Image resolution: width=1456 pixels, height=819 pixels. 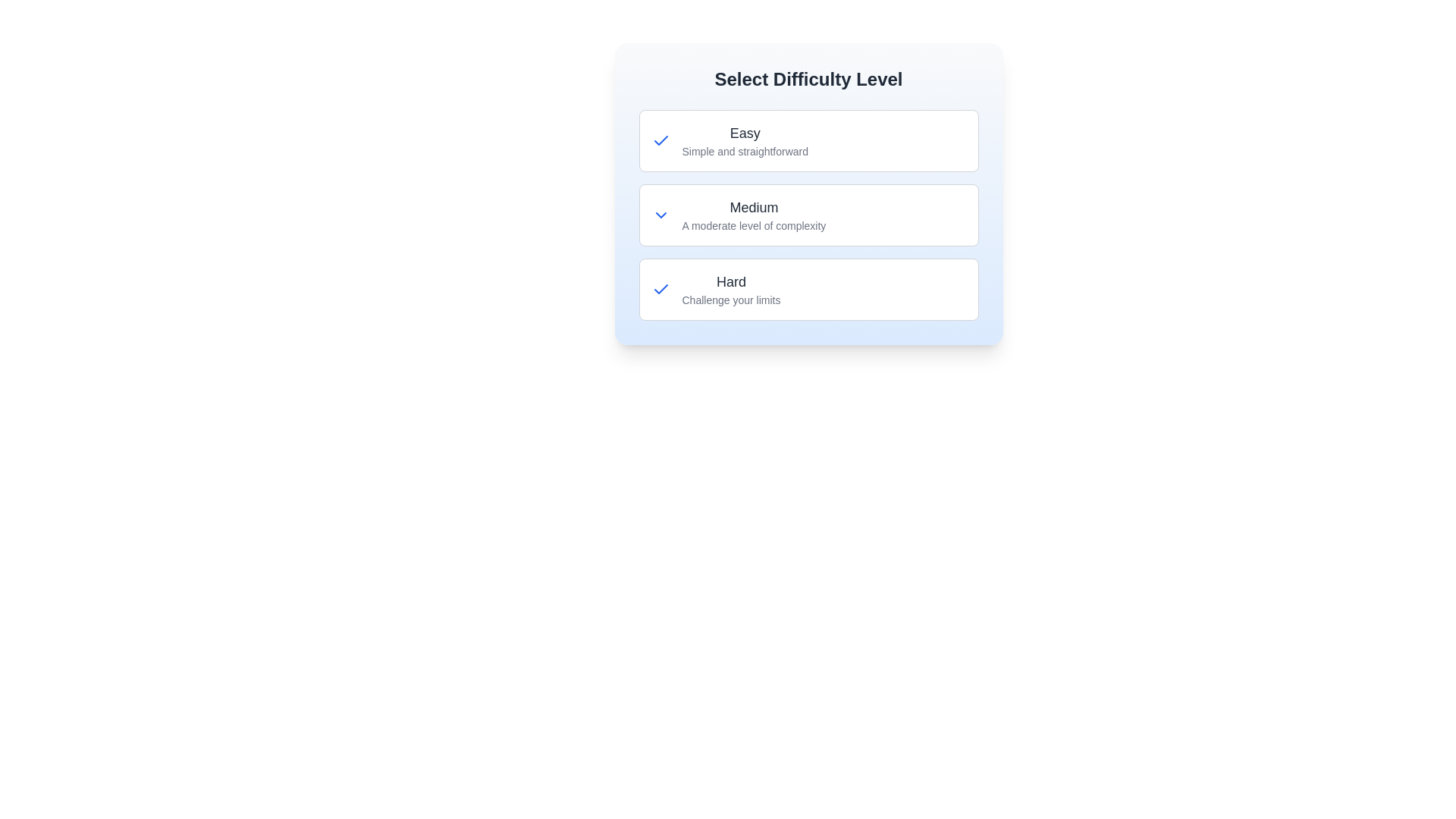 What do you see at coordinates (661, 215) in the screenshot?
I see `the icon that serves as a visual indicator for expanding or collapsing options related to the 'Medium' difficulty level, positioned to the left of the text 'Medium A moderate level of complexity'` at bounding box center [661, 215].